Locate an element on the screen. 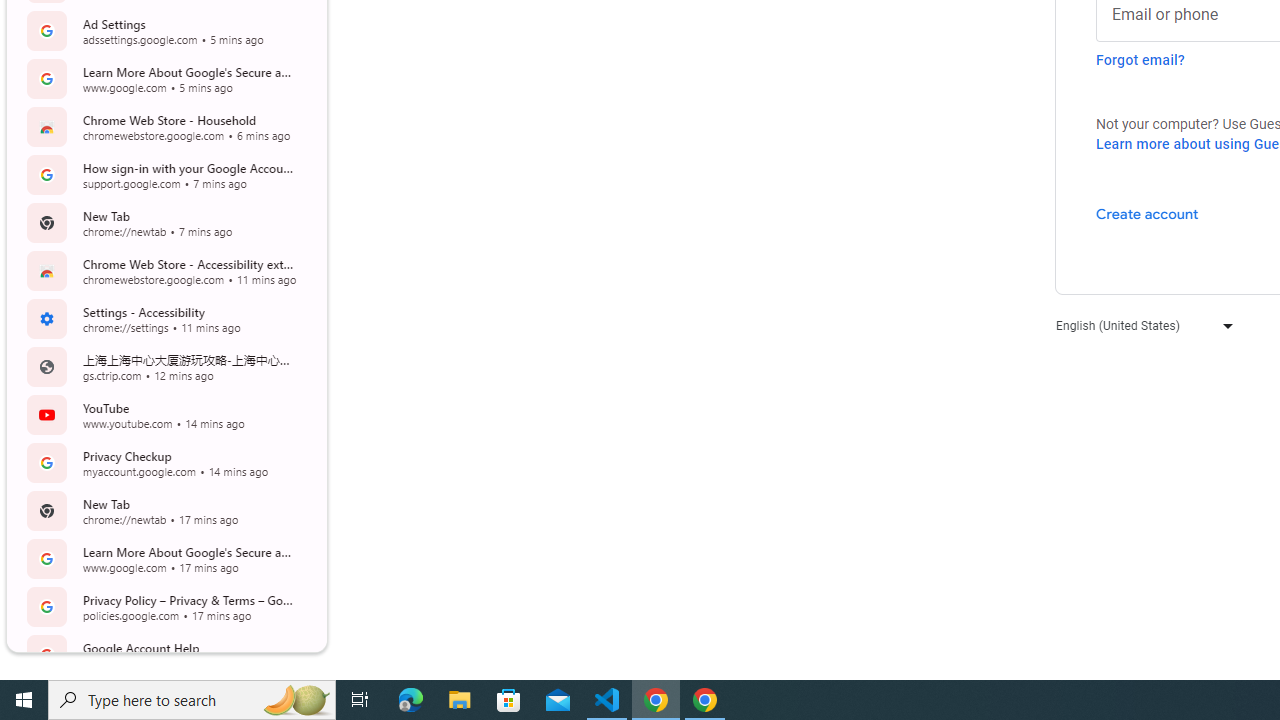  'New Tab newtab 7 mins ago Open Tab' is located at coordinates (164, 222).